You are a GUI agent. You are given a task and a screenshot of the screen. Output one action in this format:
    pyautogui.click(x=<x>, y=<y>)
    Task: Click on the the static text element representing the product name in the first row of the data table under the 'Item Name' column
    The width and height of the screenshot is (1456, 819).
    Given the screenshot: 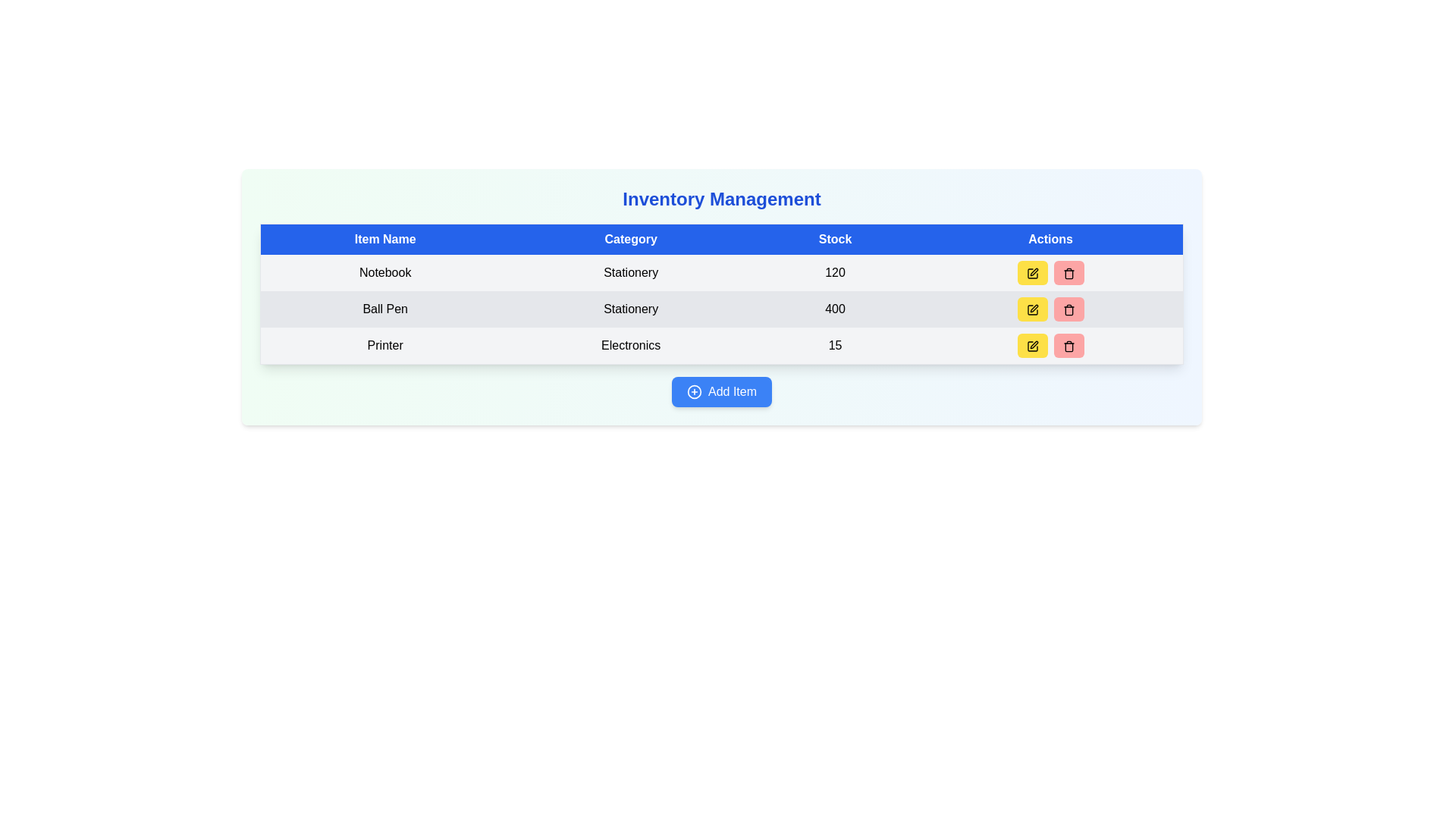 What is the action you would take?
    pyautogui.click(x=384, y=271)
    